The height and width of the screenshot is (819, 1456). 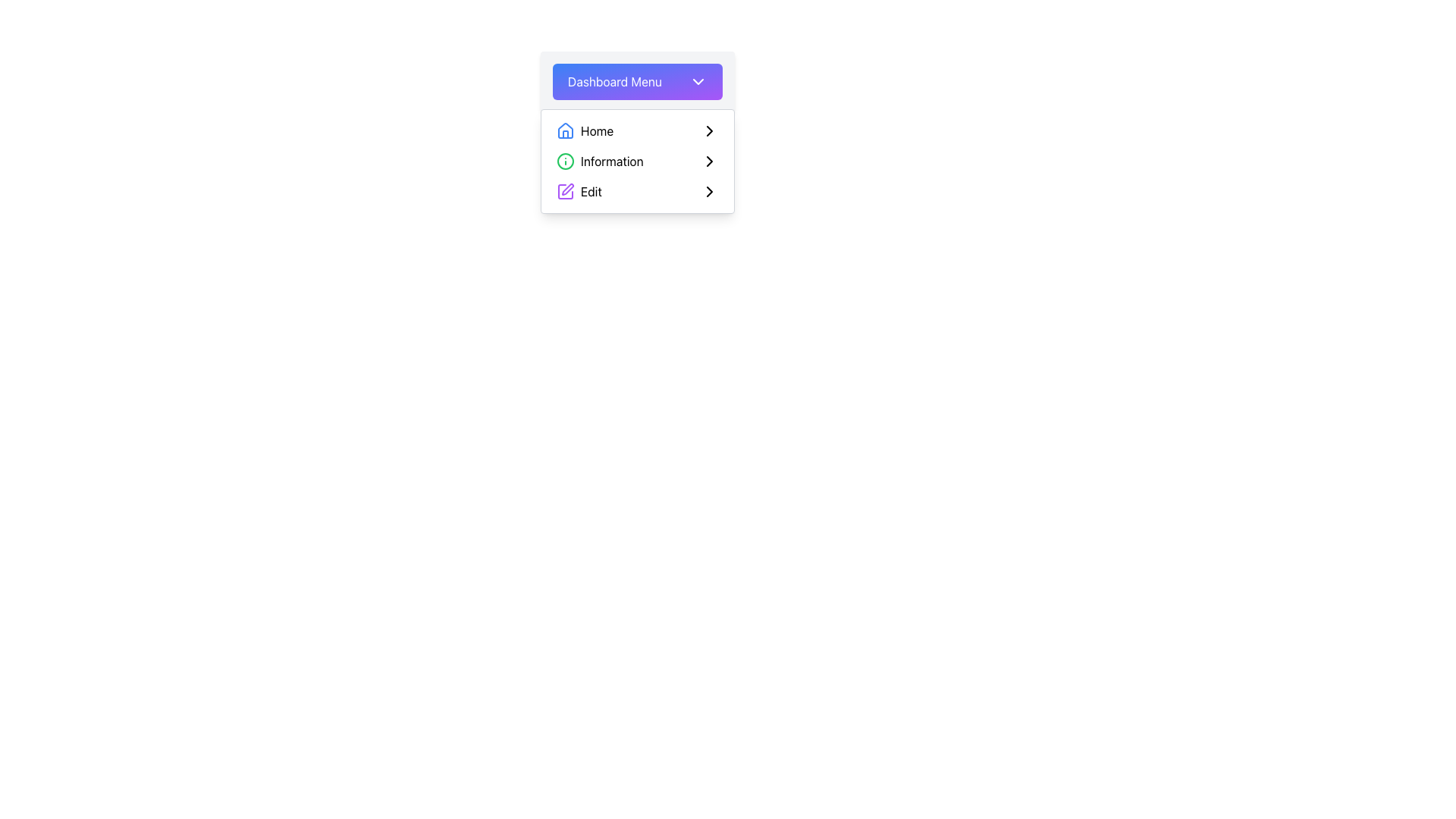 I want to click on the edit icon located to the left of the 'Edit' text label in the dropdown menu, so click(x=564, y=191).